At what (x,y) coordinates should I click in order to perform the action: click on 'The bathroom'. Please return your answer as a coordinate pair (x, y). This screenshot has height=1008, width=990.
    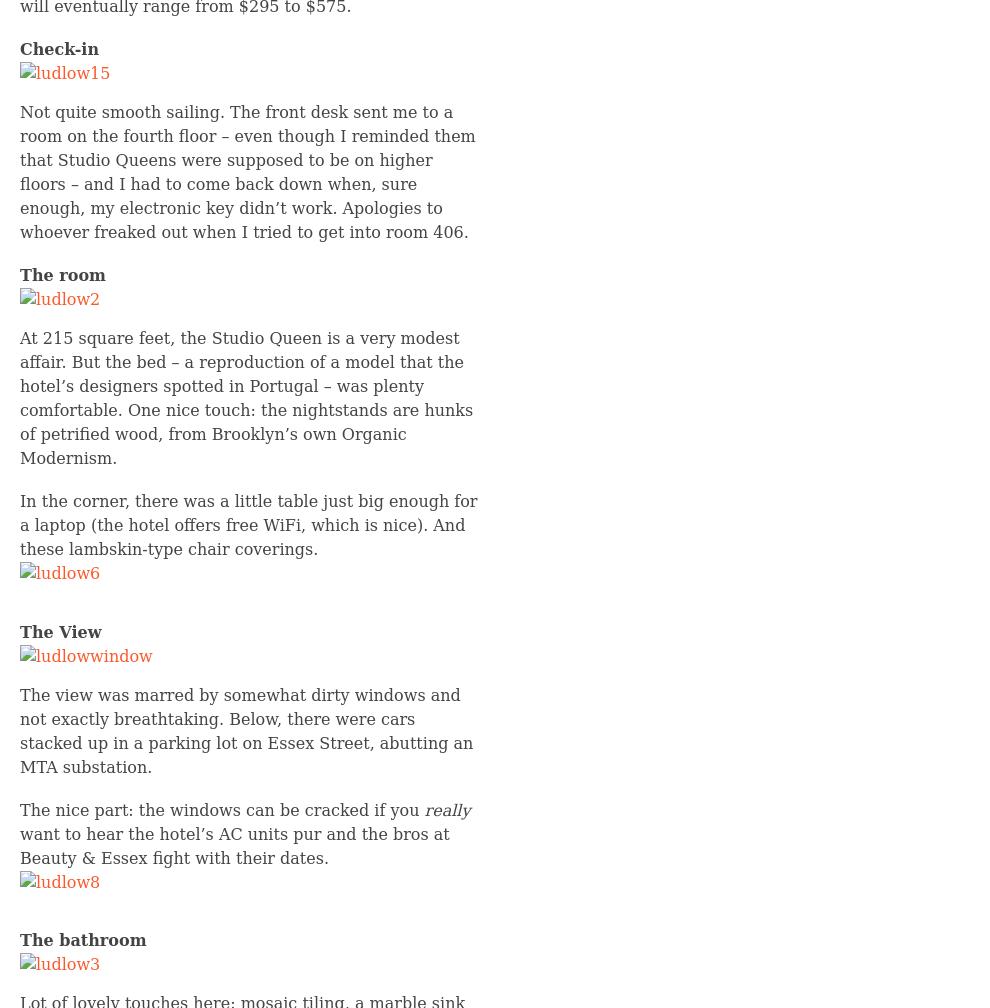
    Looking at the image, I should click on (18, 939).